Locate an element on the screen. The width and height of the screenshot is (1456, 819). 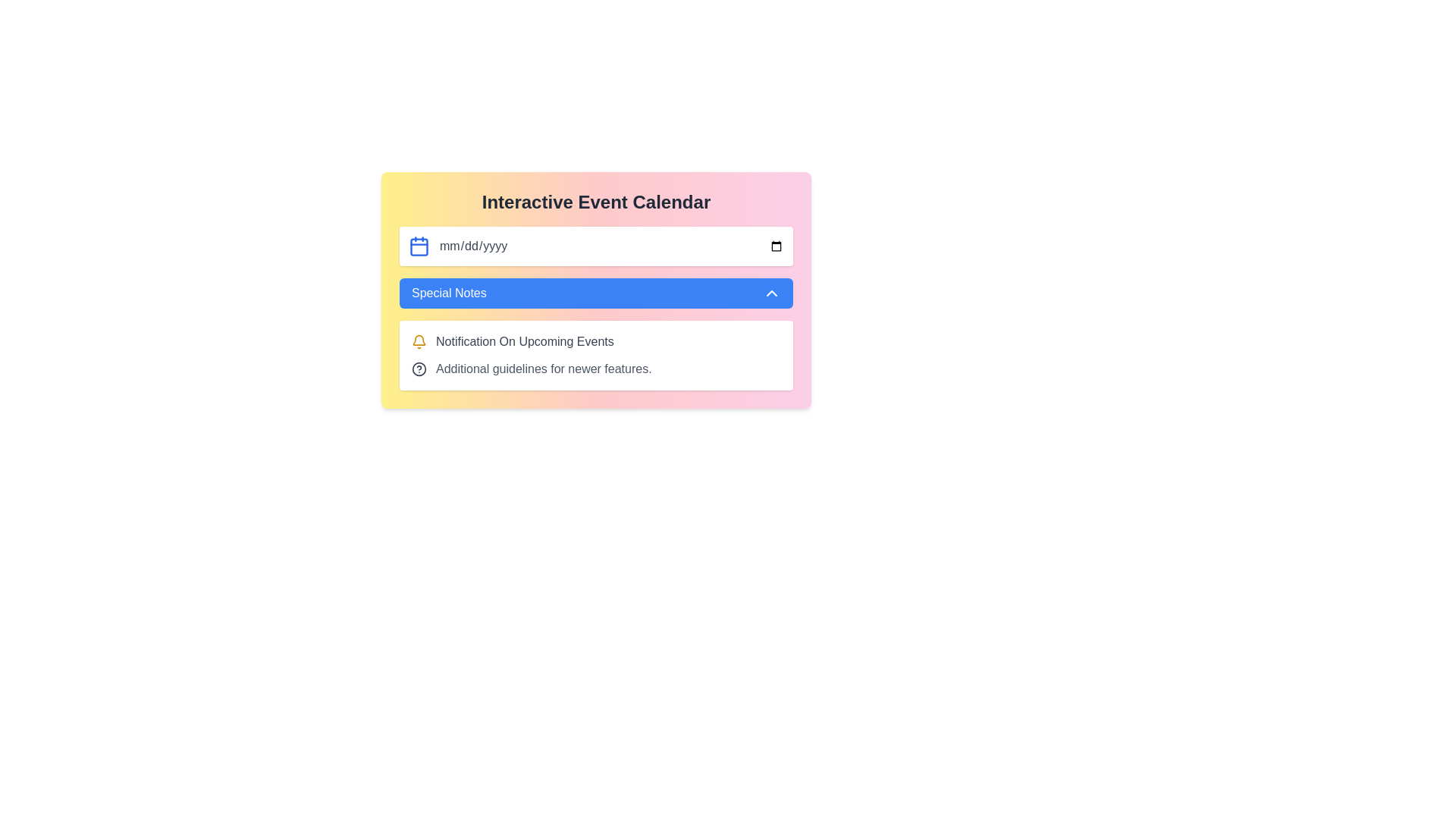
the informational label that conveys notifications about upcoming events, located below the bell icon and above the text 'Additional guidelines for newer features' is located at coordinates (525, 342).